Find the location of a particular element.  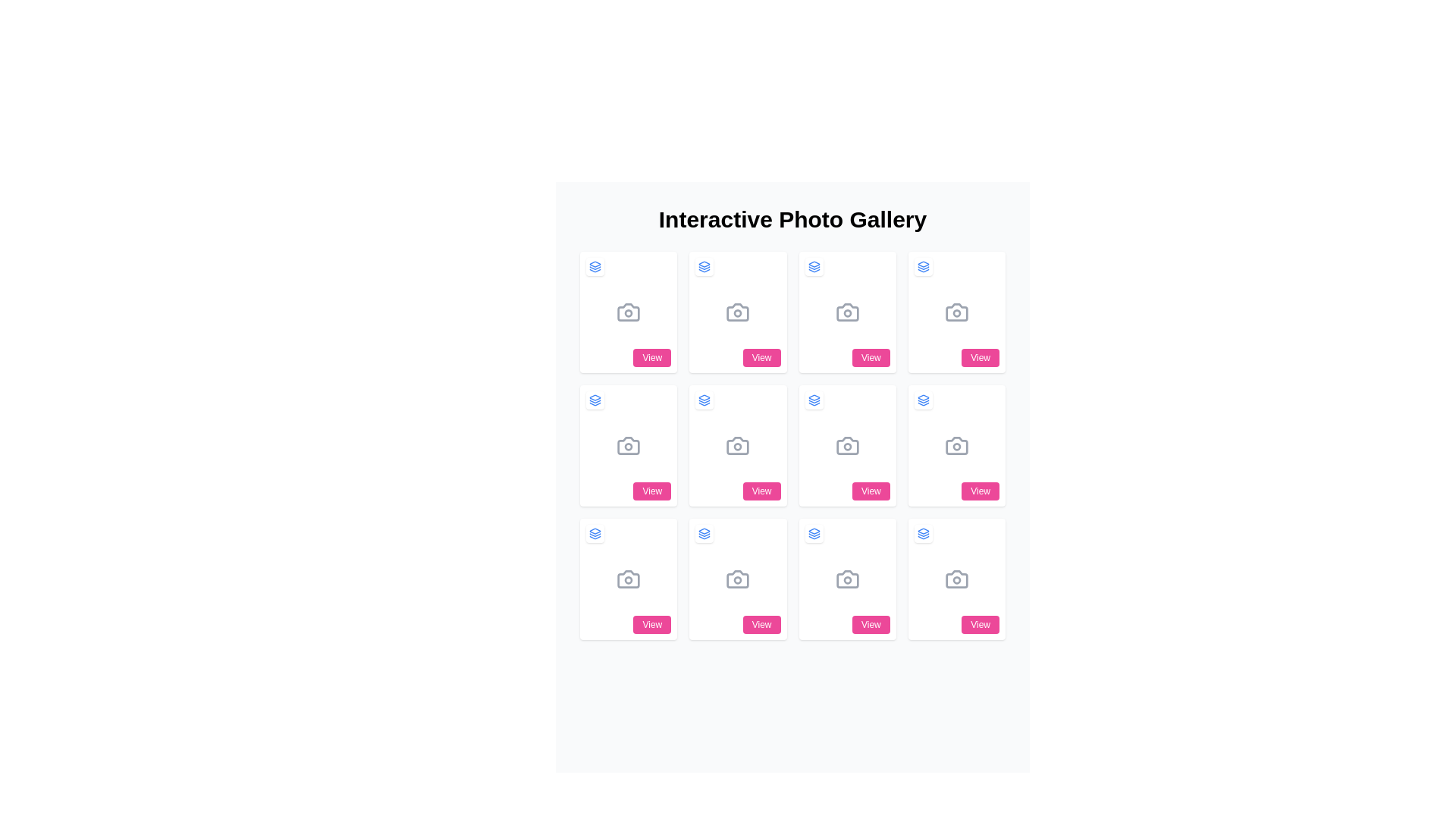

the camera icon located in the third column of the first row beneath the 'Interactive Photo Gallery' header is located at coordinates (846, 312).